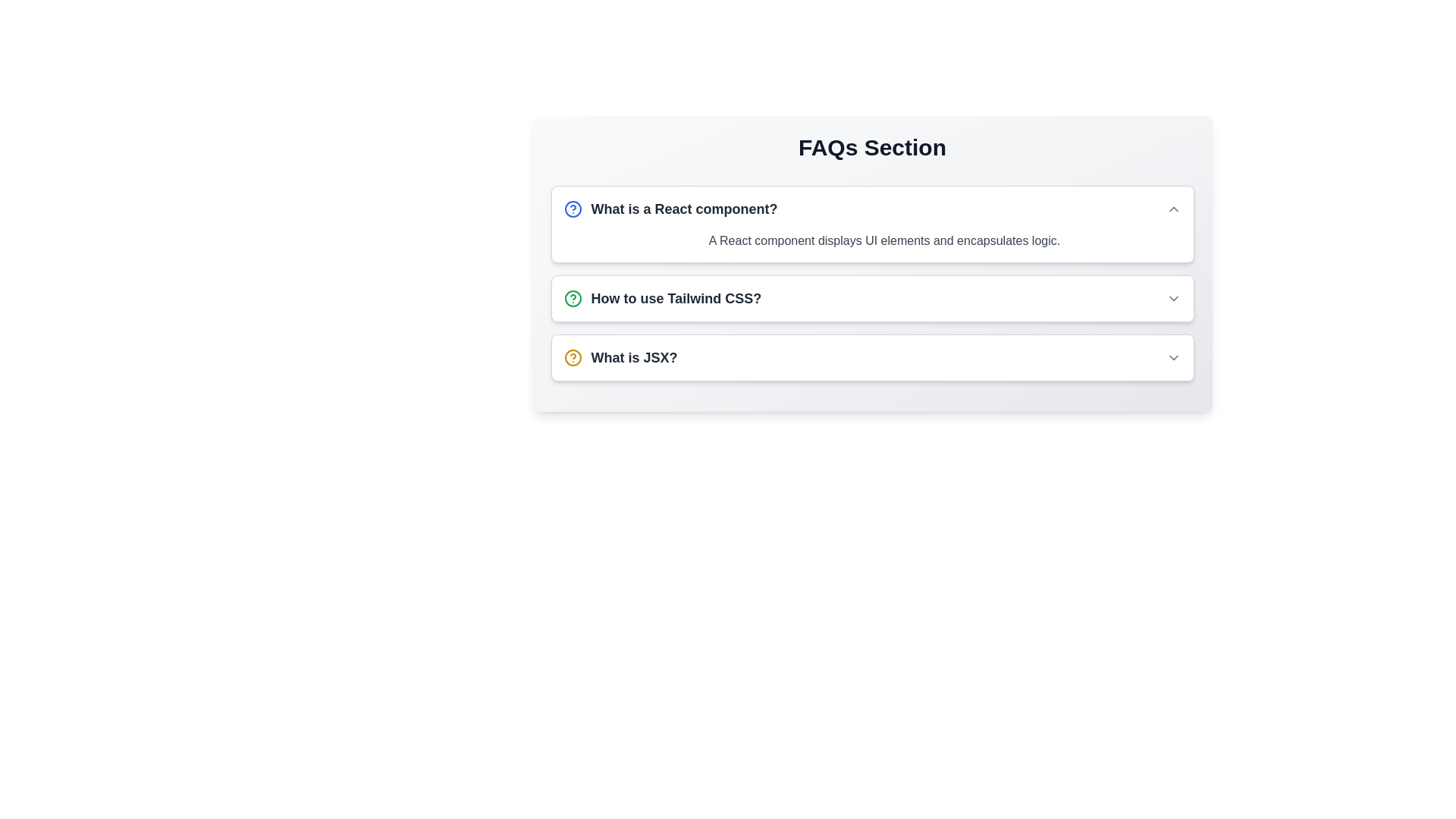 Image resolution: width=1456 pixels, height=819 pixels. Describe the element at coordinates (1172, 357) in the screenshot. I see `the downward-pointing chevron icon located next to the question text 'What is JSX?'` at that location.